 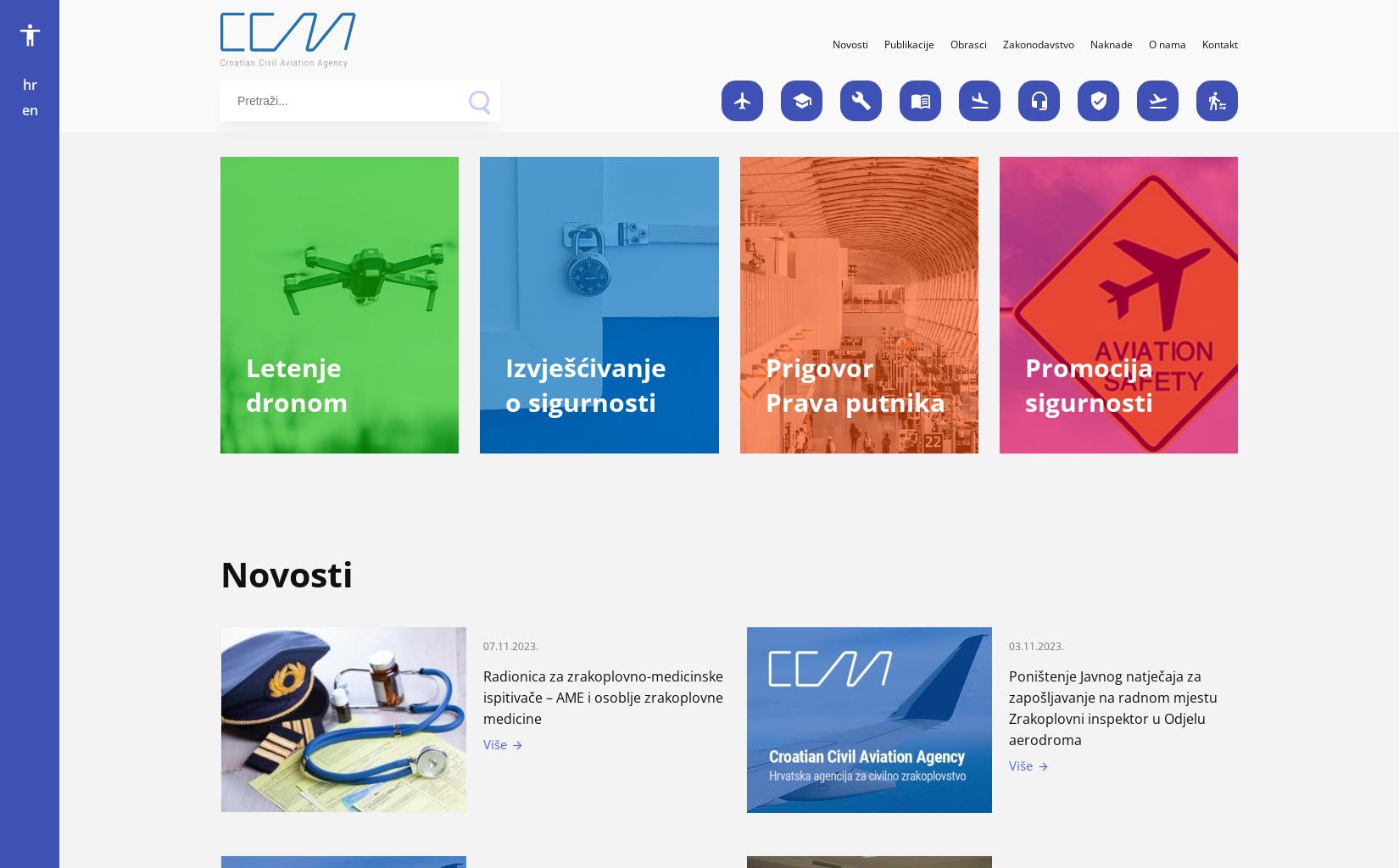 I want to click on 'Radionica za zrakoplovno-medicinske ispitivače – AME i osoblje zrakoplovne medicine', so click(x=482, y=696).